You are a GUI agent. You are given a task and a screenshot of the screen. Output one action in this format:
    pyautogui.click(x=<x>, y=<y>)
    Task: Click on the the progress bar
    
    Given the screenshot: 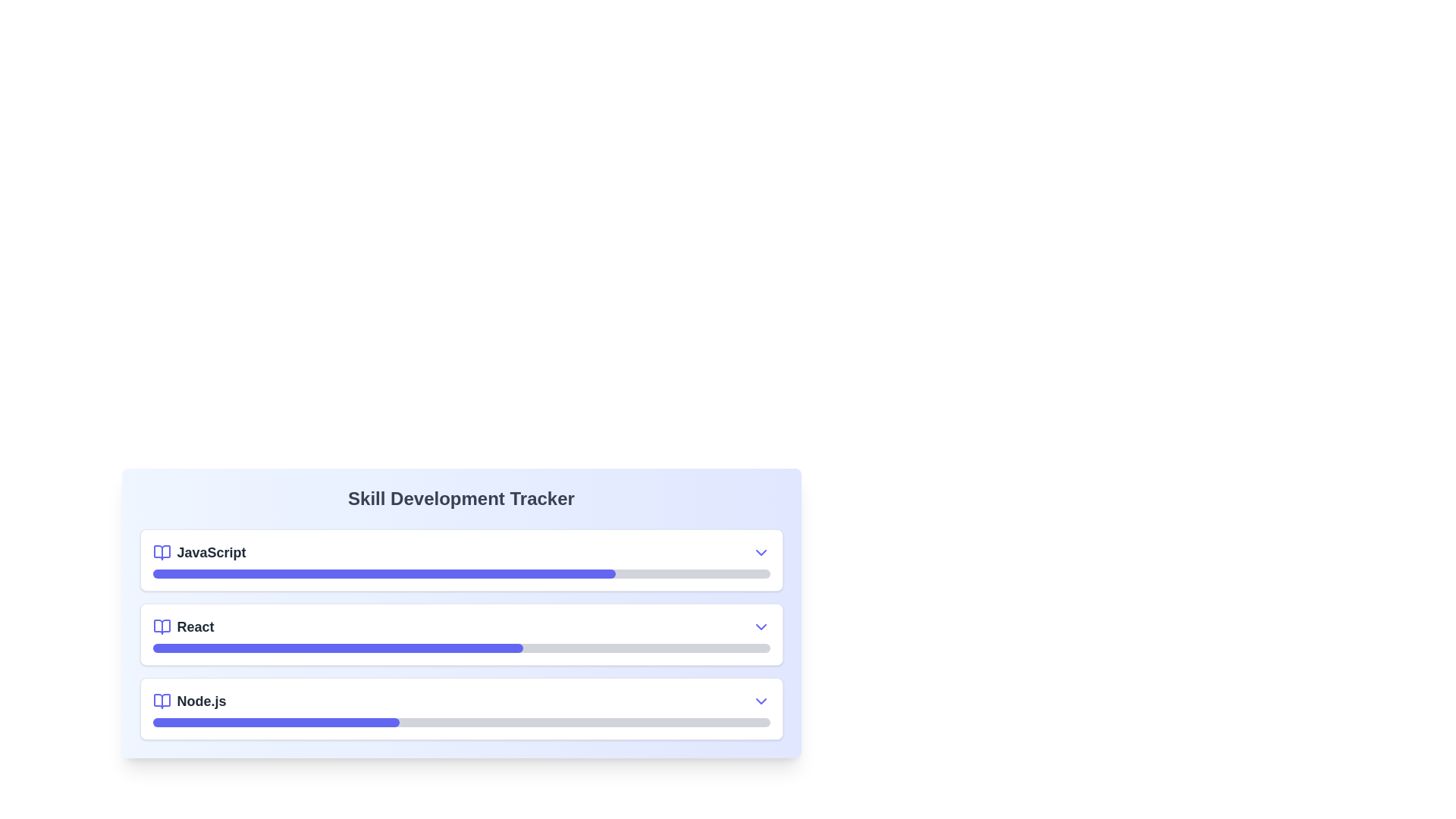 What is the action you would take?
    pyautogui.click(x=165, y=721)
    